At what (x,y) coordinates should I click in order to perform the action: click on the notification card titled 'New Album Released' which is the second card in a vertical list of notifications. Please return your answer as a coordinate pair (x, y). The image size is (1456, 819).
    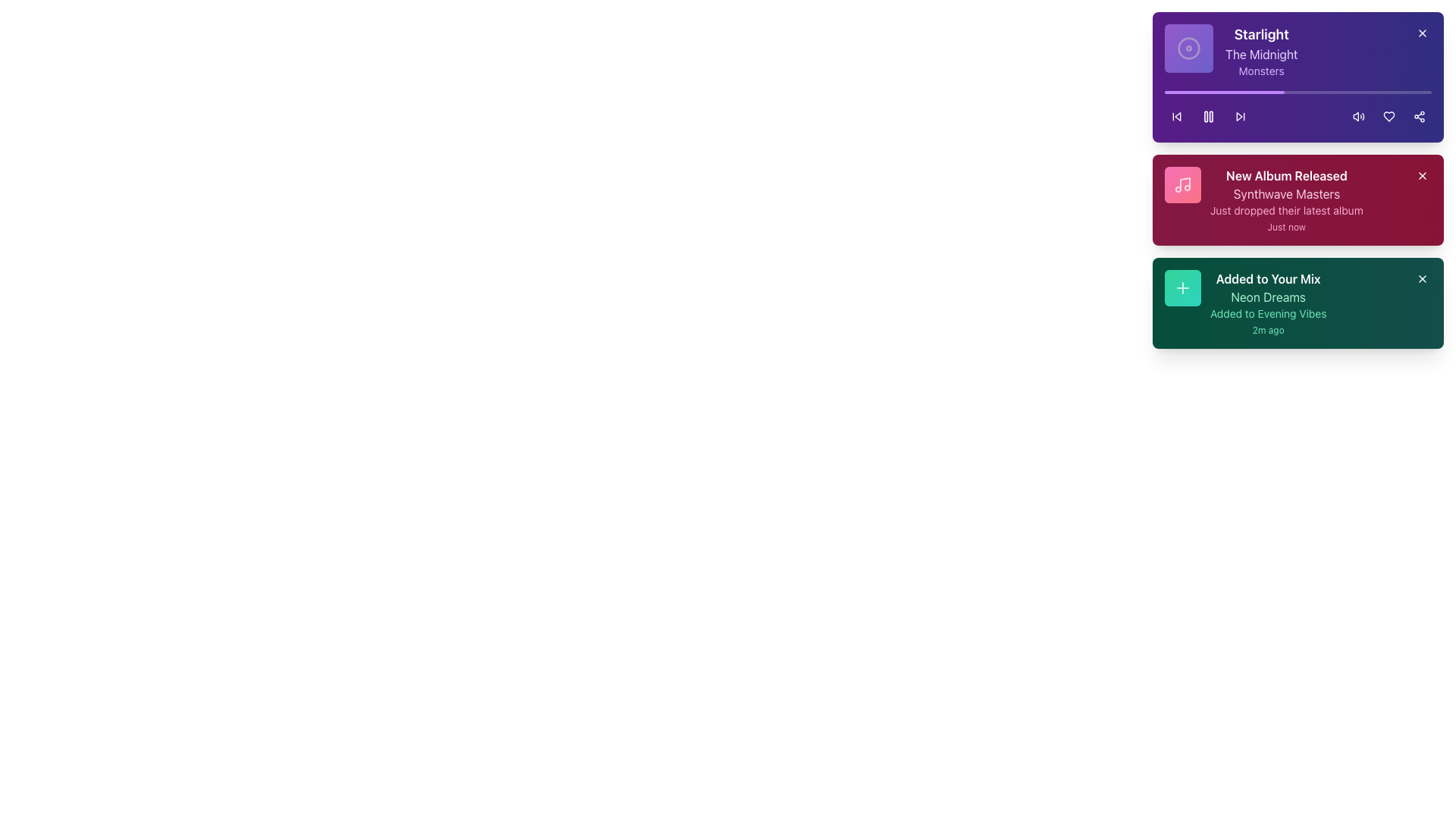
    Looking at the image, I should click on (1263, 199).